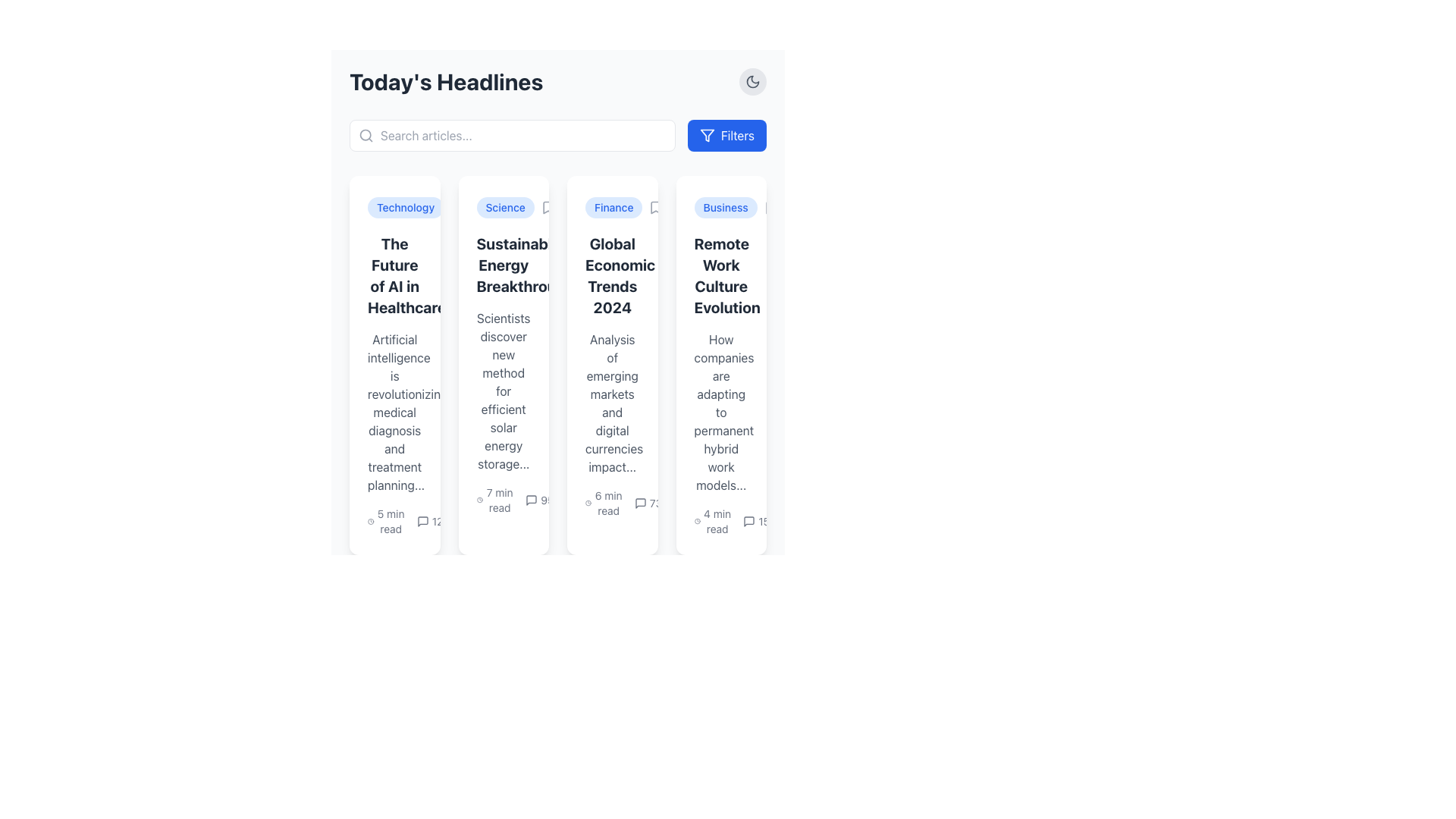 This screenshot has height=819, width=1456. What do you see at coordinates (532, 500) in the screenshot?
I see `the small speech bubble icon representing comments on the second card, located at the bottom section near the estimated reading time` at bounding box center [532, 500].